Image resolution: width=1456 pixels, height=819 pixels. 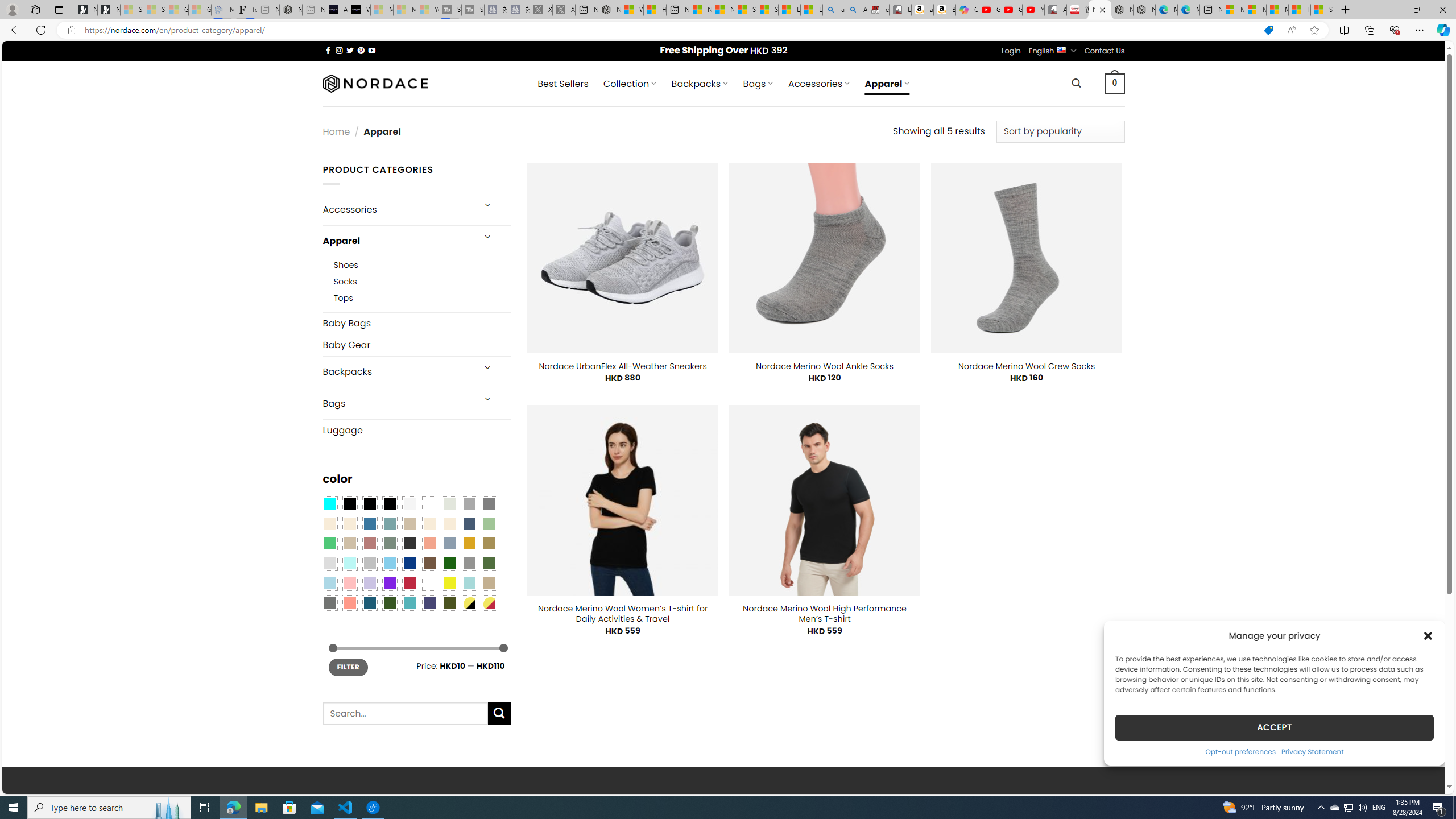 What do you see at coordinates (1061, 49) in the screenshot?
I see `'English'` at bounding box center [1061, 49].